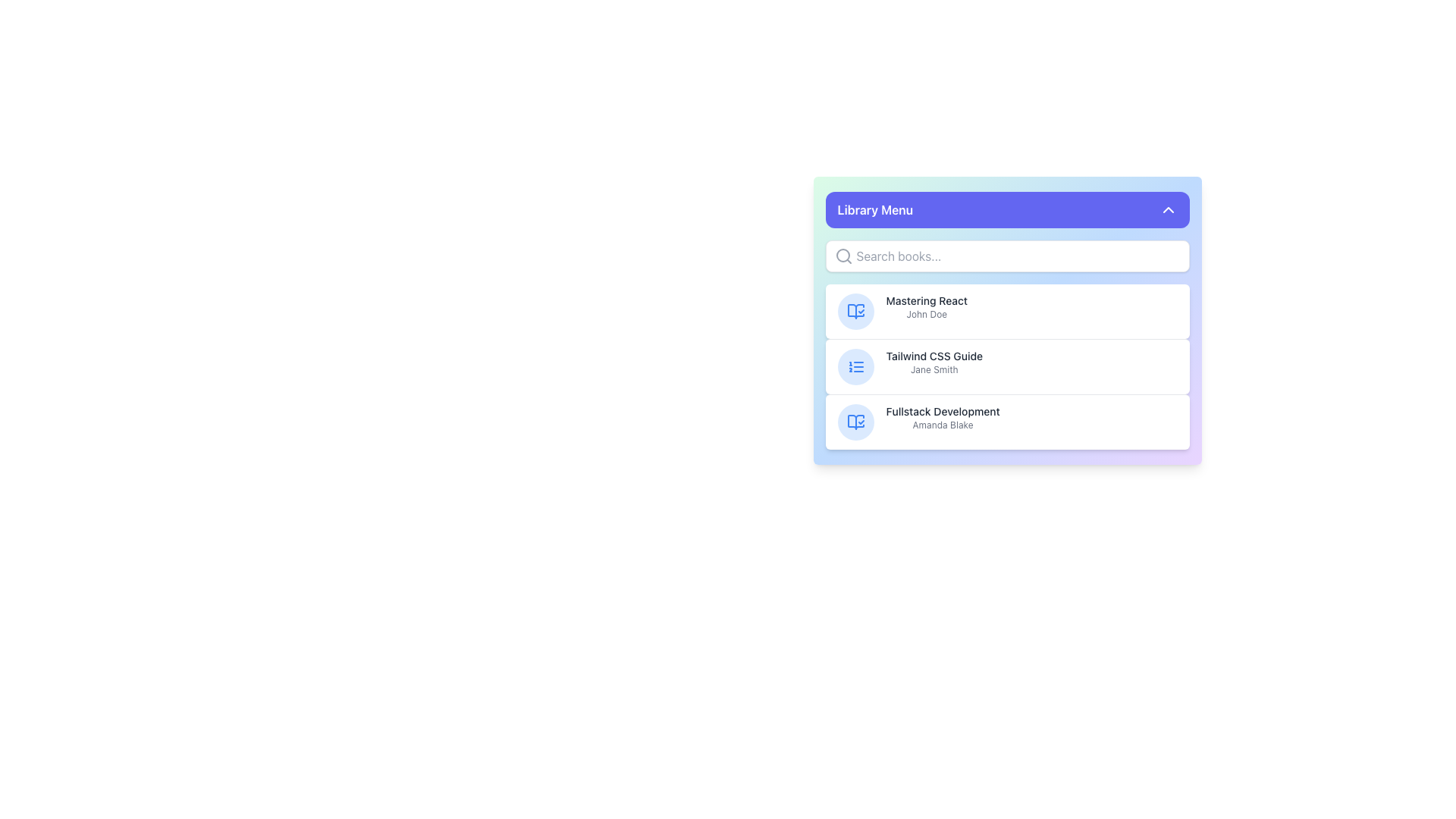 Image resolution: width=1456 pixels, height=819 pixels. I want to click on the text label displaying the title 'Mastering React', which is styled in gray and located in the first card layout under the search bar, so click(926, 301).